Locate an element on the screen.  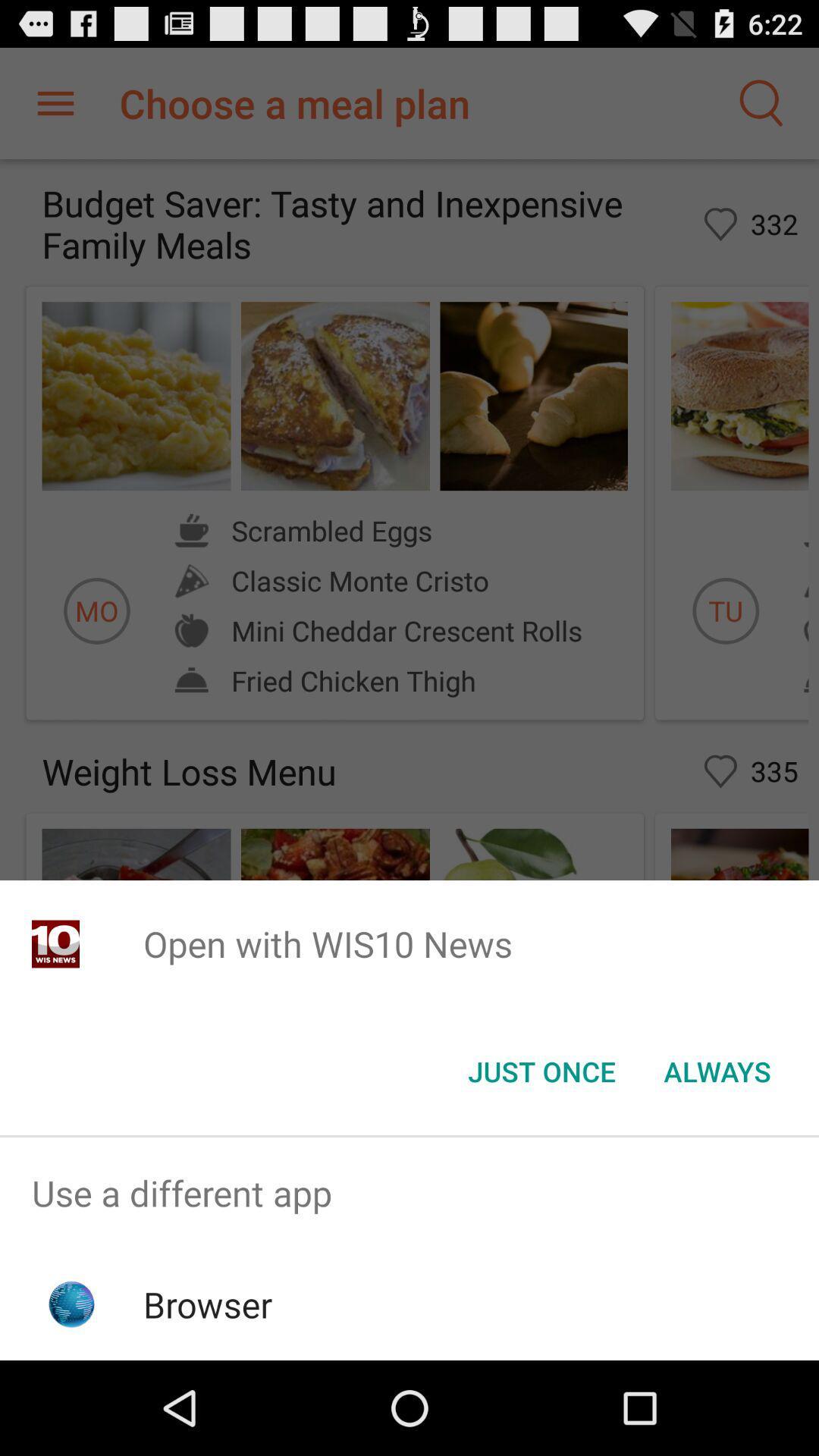
browser item is located at coordinates (208, 1304).